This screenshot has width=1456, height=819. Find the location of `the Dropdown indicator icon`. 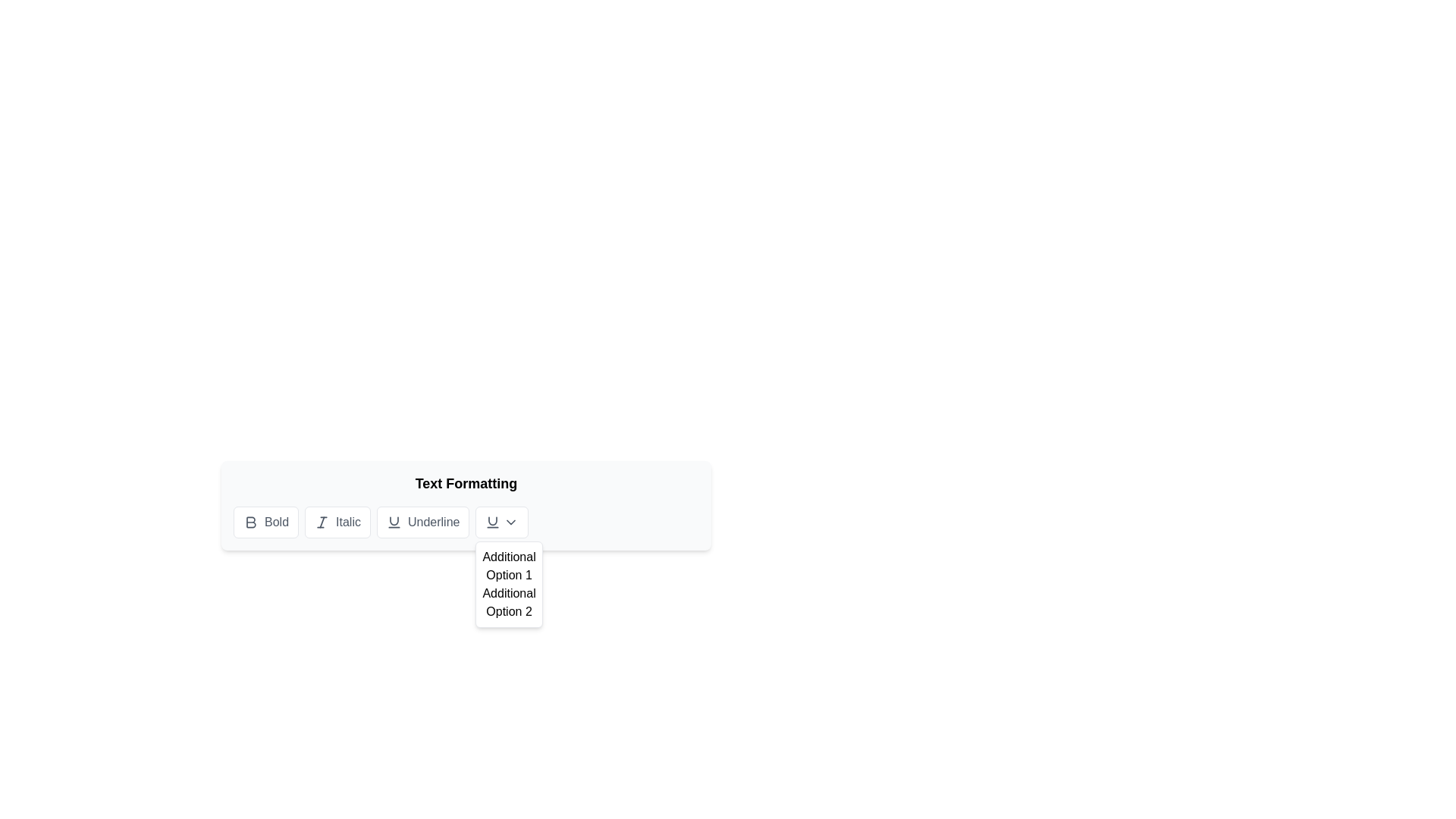

the Dropdown indicator icon is located at coordinates (511, 522).